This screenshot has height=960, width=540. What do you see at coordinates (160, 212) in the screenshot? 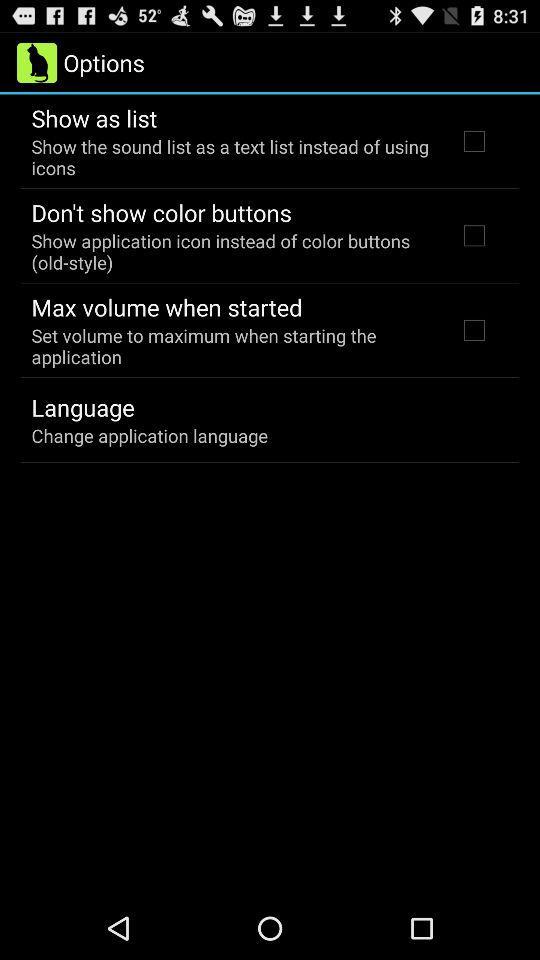
I see `the don t show item` at bounding box center [160, 212].